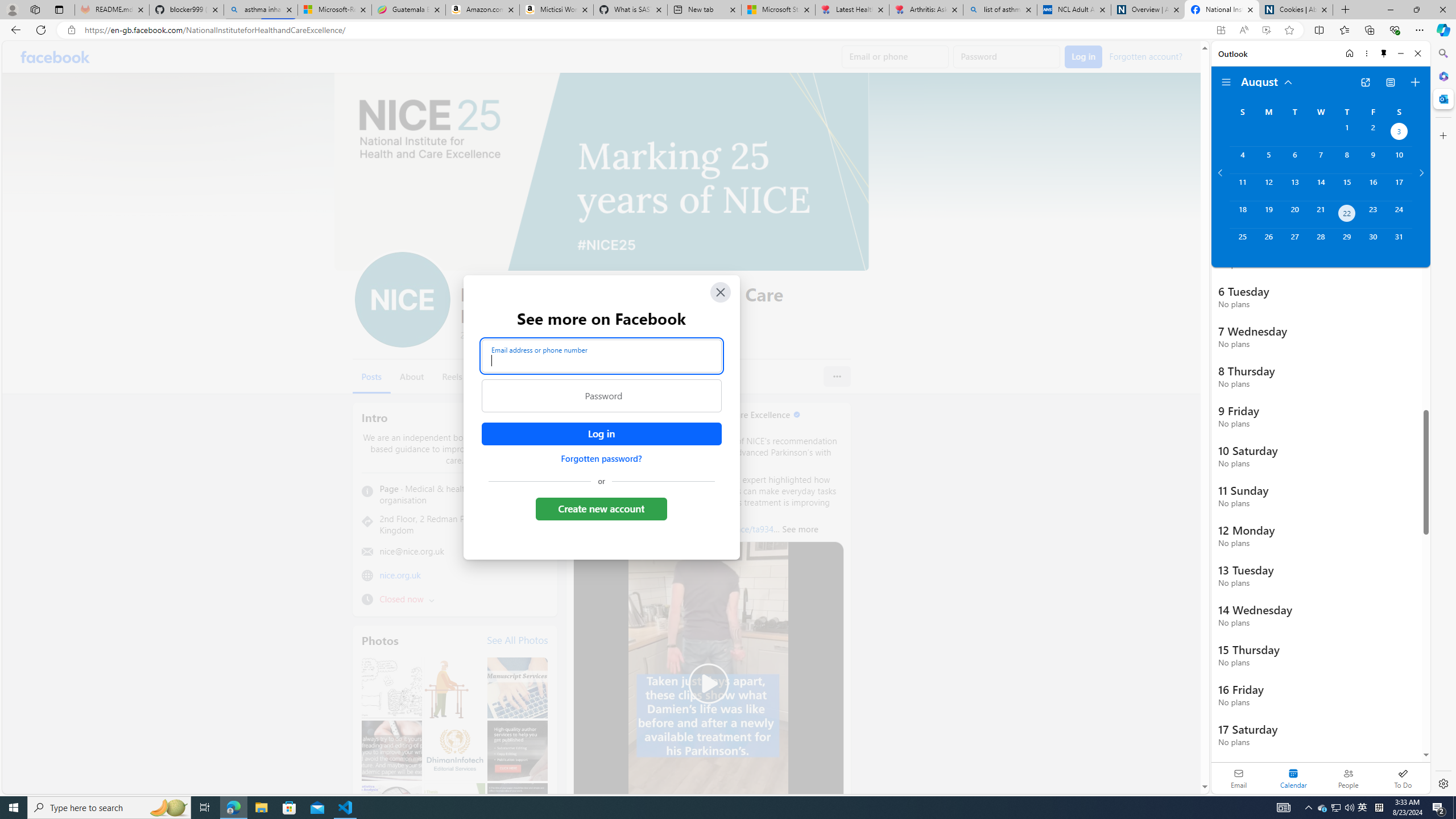 This screenshot has height=819, width=1456. I want to click on 'Selected calendar module. Date today is 22', so click(1293, 777).